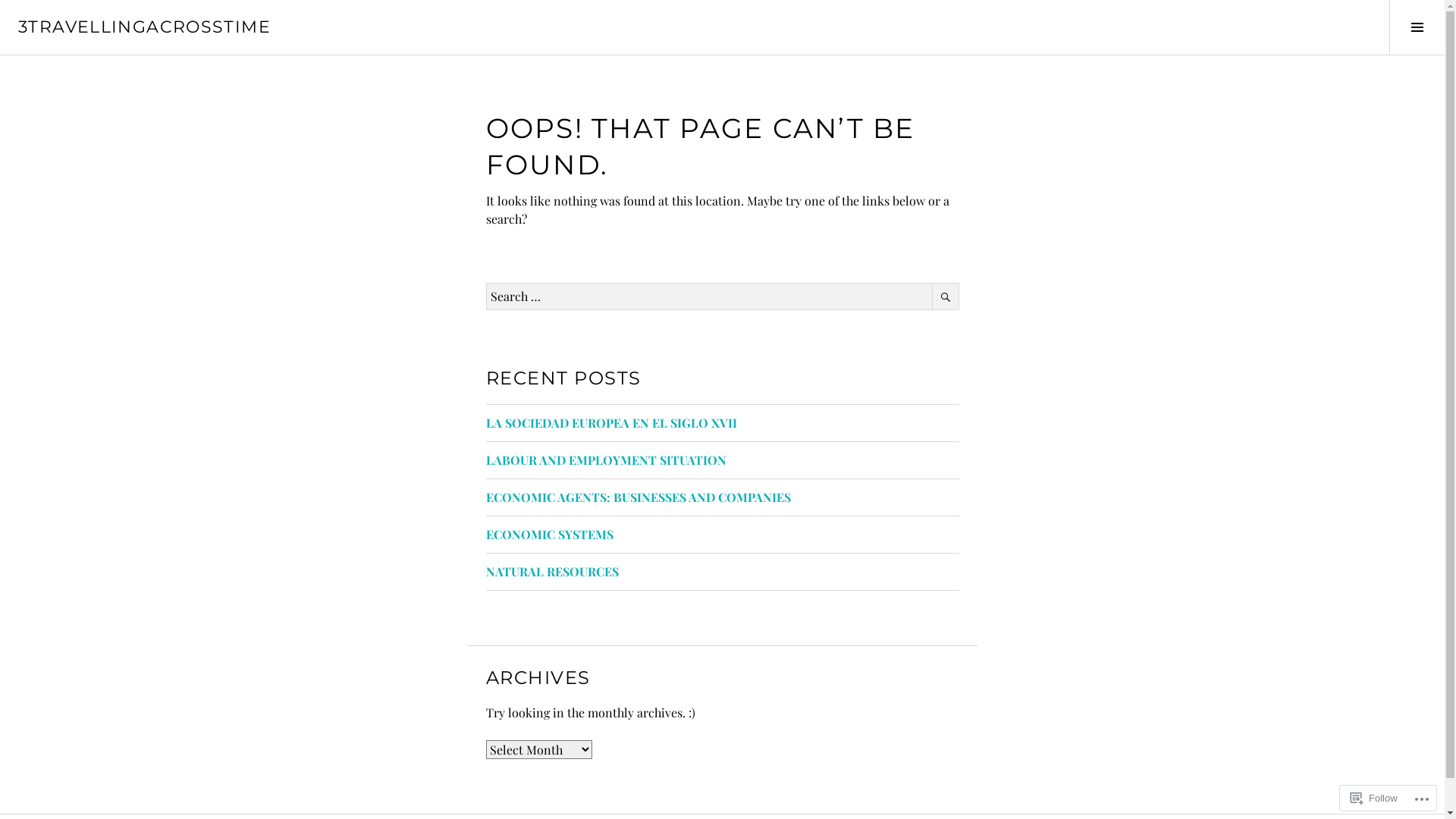  I want to click on 'ECONOMIC SYSTEMS', so click(548, 533).